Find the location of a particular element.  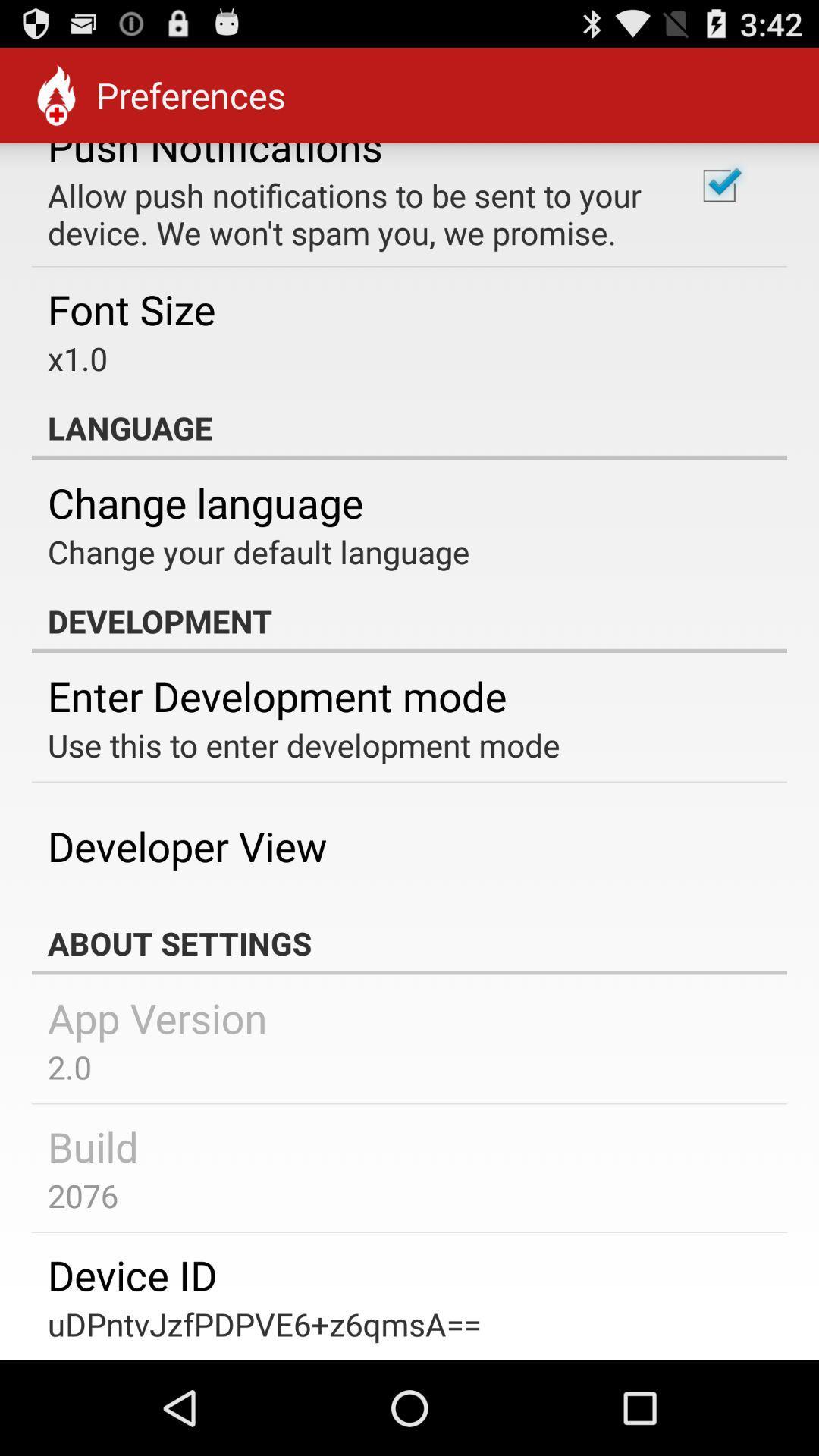

the item above the udpntvjzfpdpve6+z6qmsa== item is located at coordinates (131, 1274).